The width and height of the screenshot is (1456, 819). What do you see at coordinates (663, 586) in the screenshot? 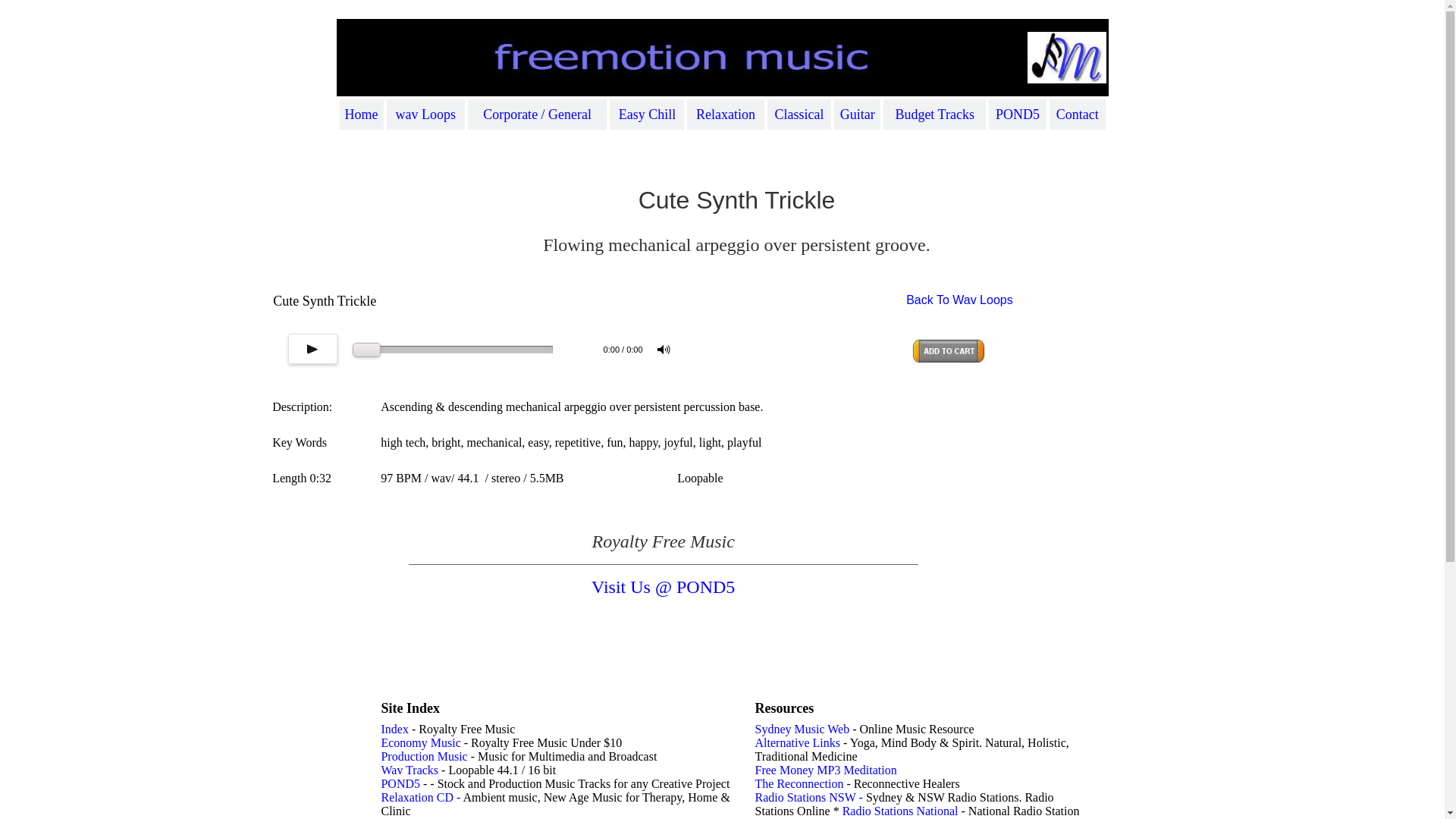
I see `'Visit Us @ POND5'` at bounding box center [663, 586].